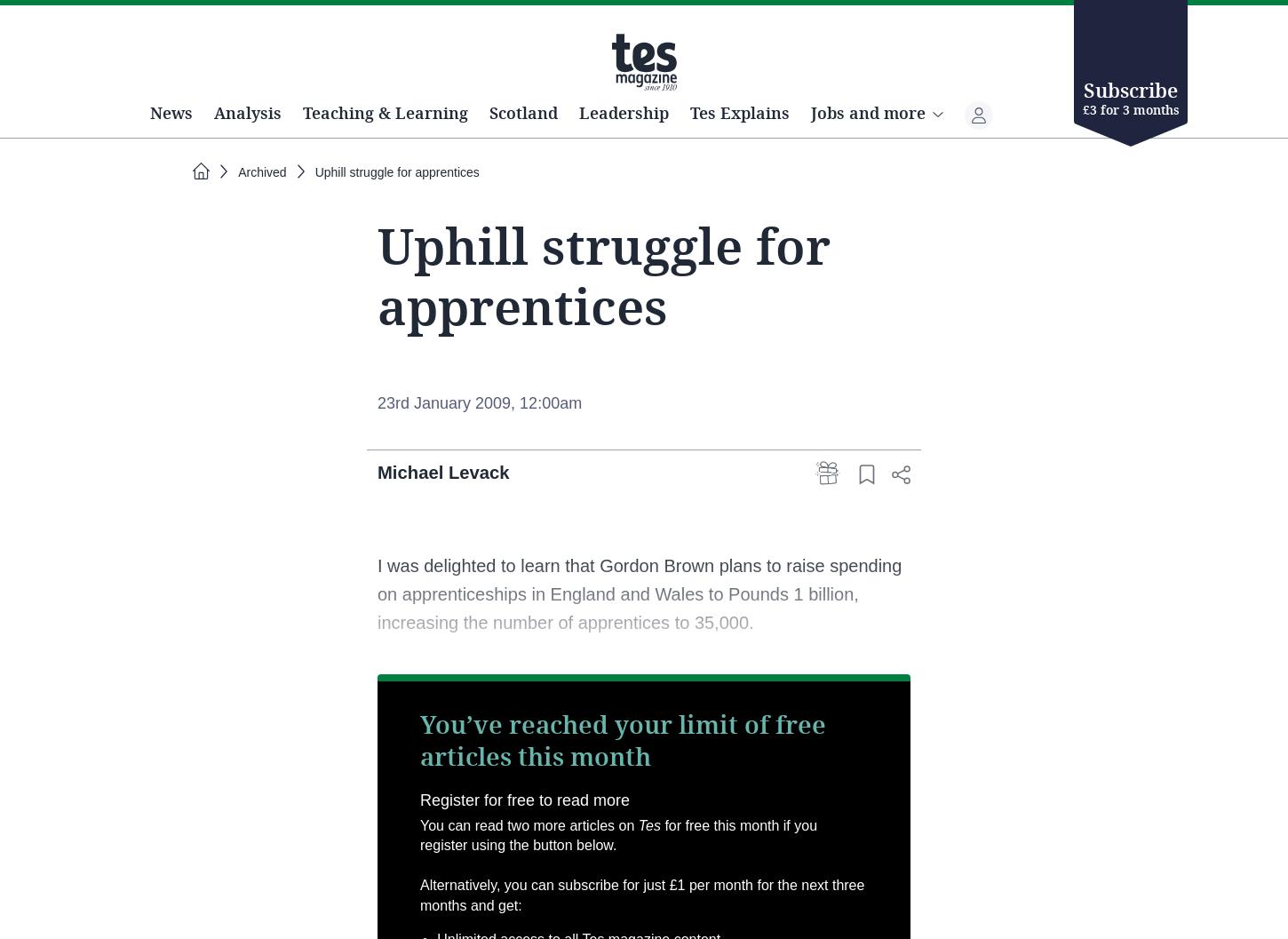 This screenshot has height=939, width=1288. Describe the element at coordinates (594, 175) in the screenshot. I see `'Scotland'` at that location.